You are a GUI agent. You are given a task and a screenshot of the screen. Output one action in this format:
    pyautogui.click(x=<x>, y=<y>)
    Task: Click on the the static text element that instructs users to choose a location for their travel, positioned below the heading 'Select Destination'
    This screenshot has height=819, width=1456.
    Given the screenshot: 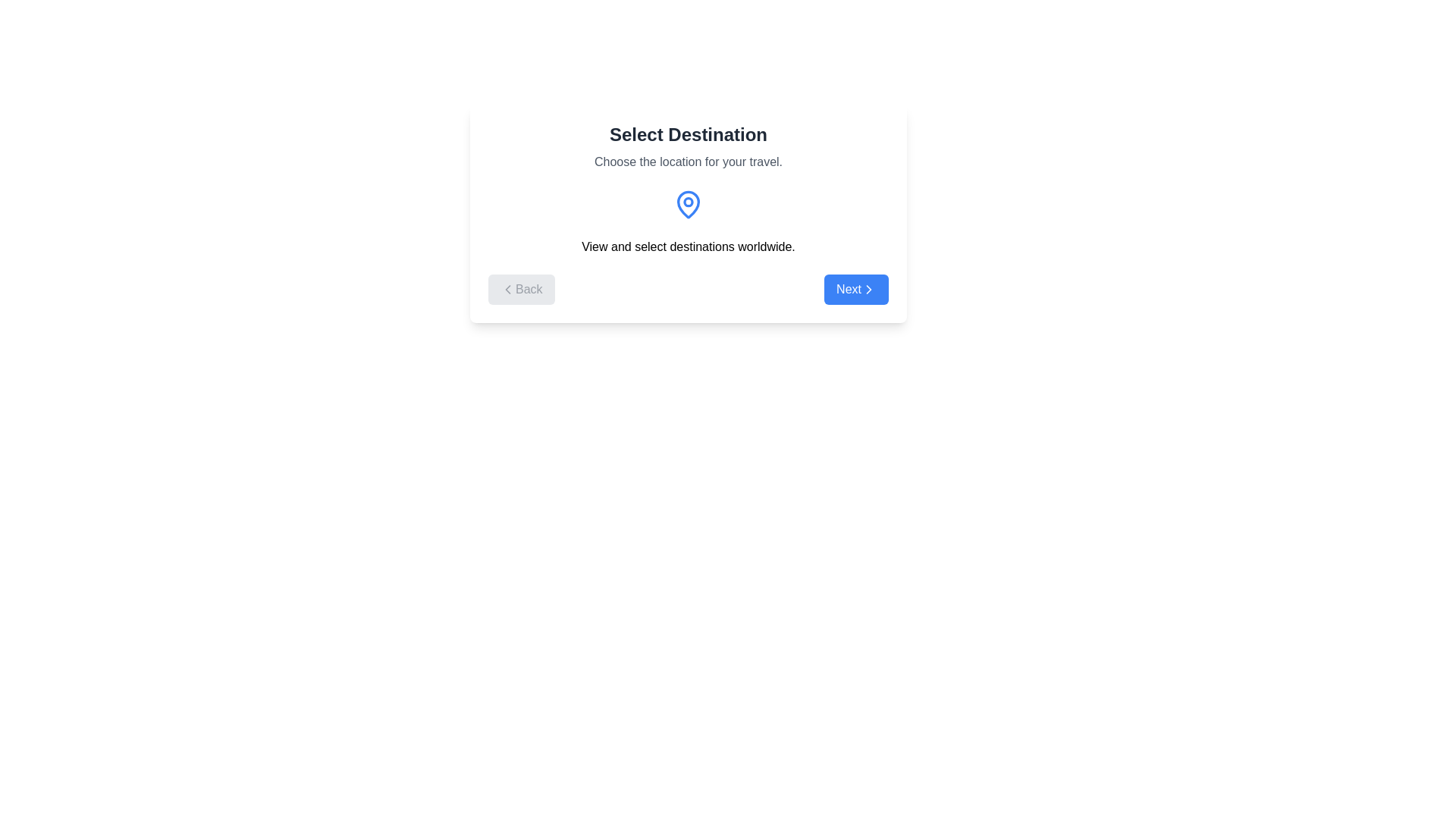 What is the action you would take?
    pyautogui.click(x=687, y=162)
    